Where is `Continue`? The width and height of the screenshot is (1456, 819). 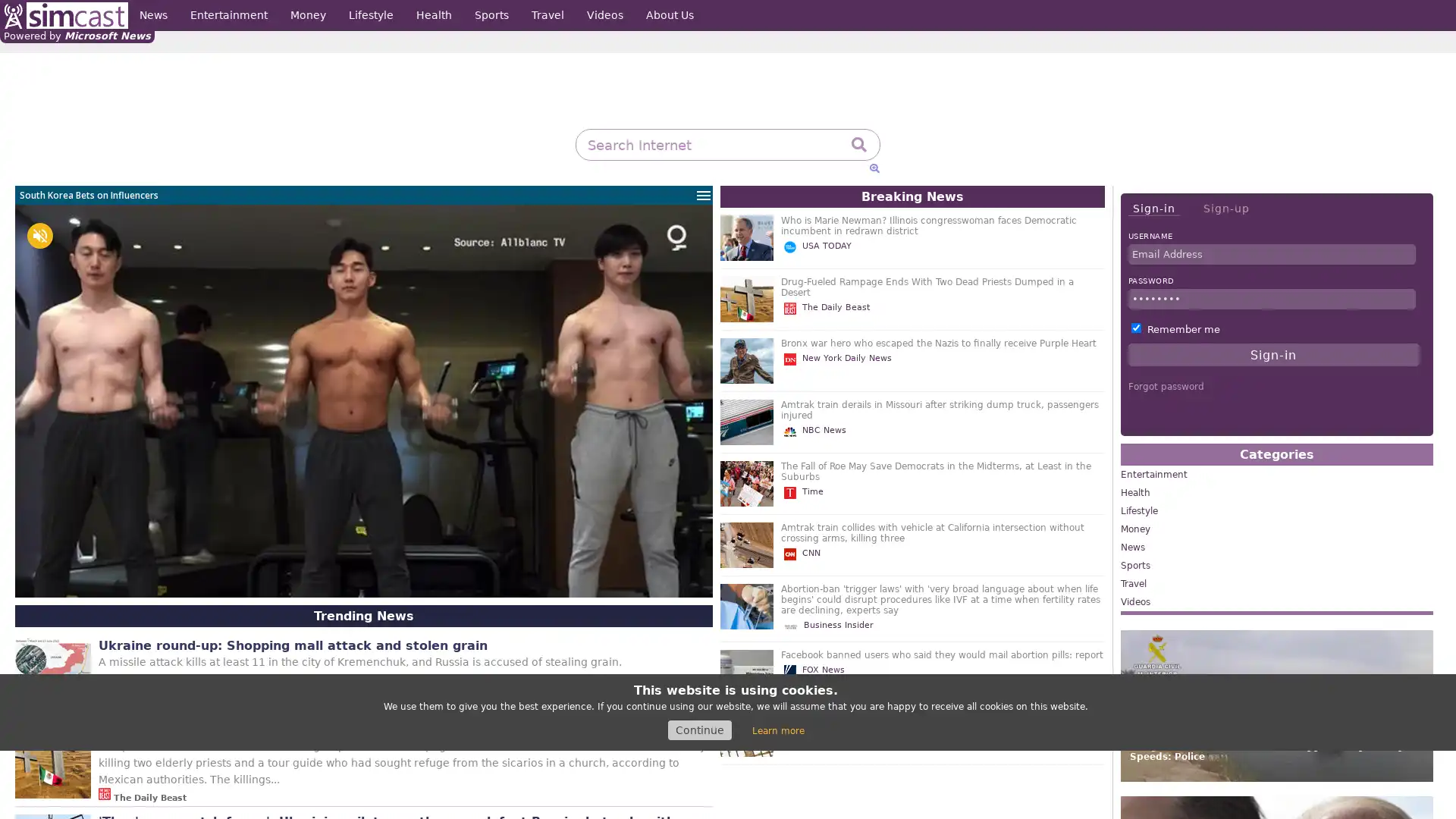 Continue is located at coordinates (698, 730).